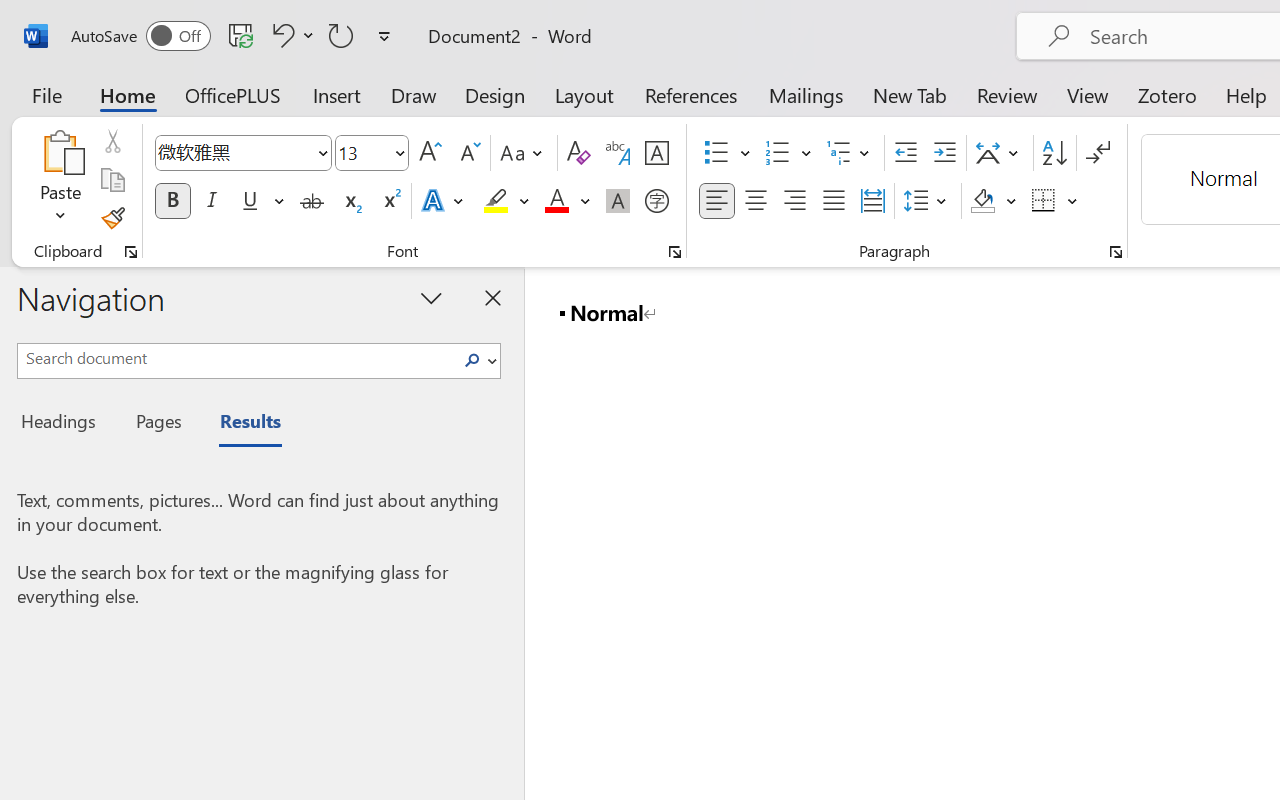 Image resolution: width=1280 pixels, height=800 pixels. Describe the element at coordinates (806, 94) in the screenshot. I see `'Mailings'` at that location.